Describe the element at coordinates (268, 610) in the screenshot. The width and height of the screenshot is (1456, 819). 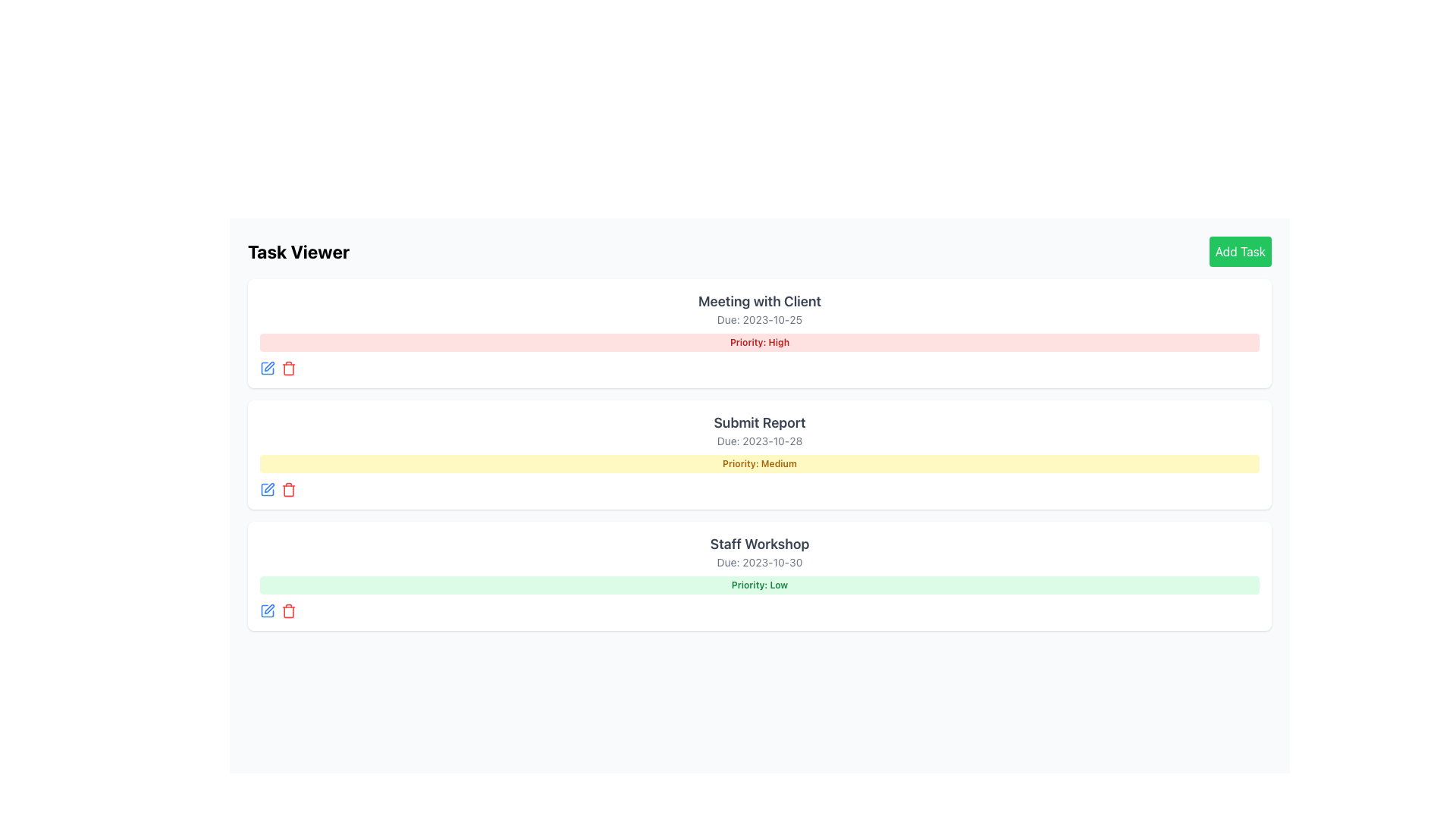
I see `the interactive edit button located at the top-left corner of the task entry icons` at that location.